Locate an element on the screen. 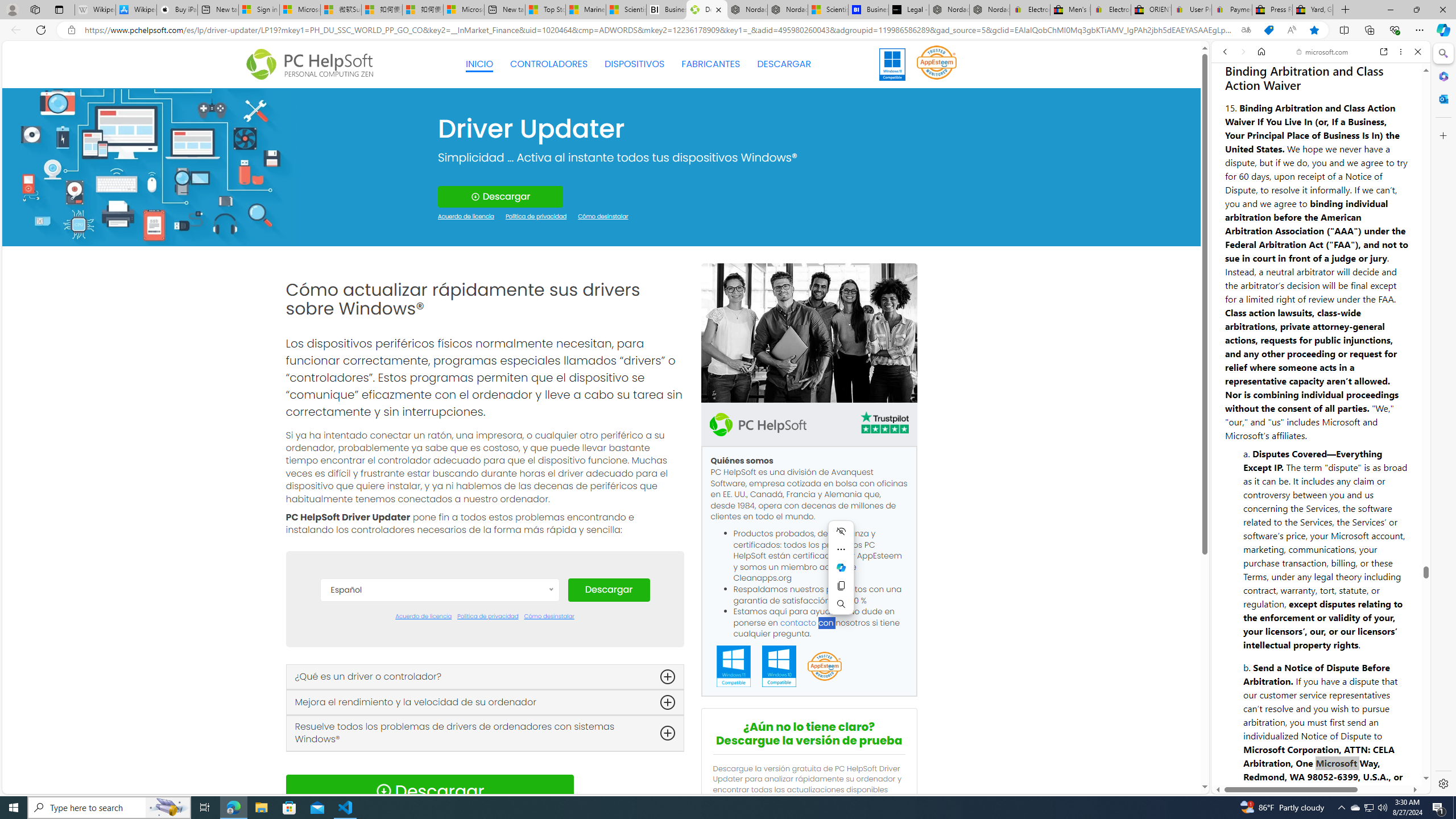 Image resolution: width=1456 pixels, height=819 pixels. 'App Esteem' is located at coordinates (823, 666).